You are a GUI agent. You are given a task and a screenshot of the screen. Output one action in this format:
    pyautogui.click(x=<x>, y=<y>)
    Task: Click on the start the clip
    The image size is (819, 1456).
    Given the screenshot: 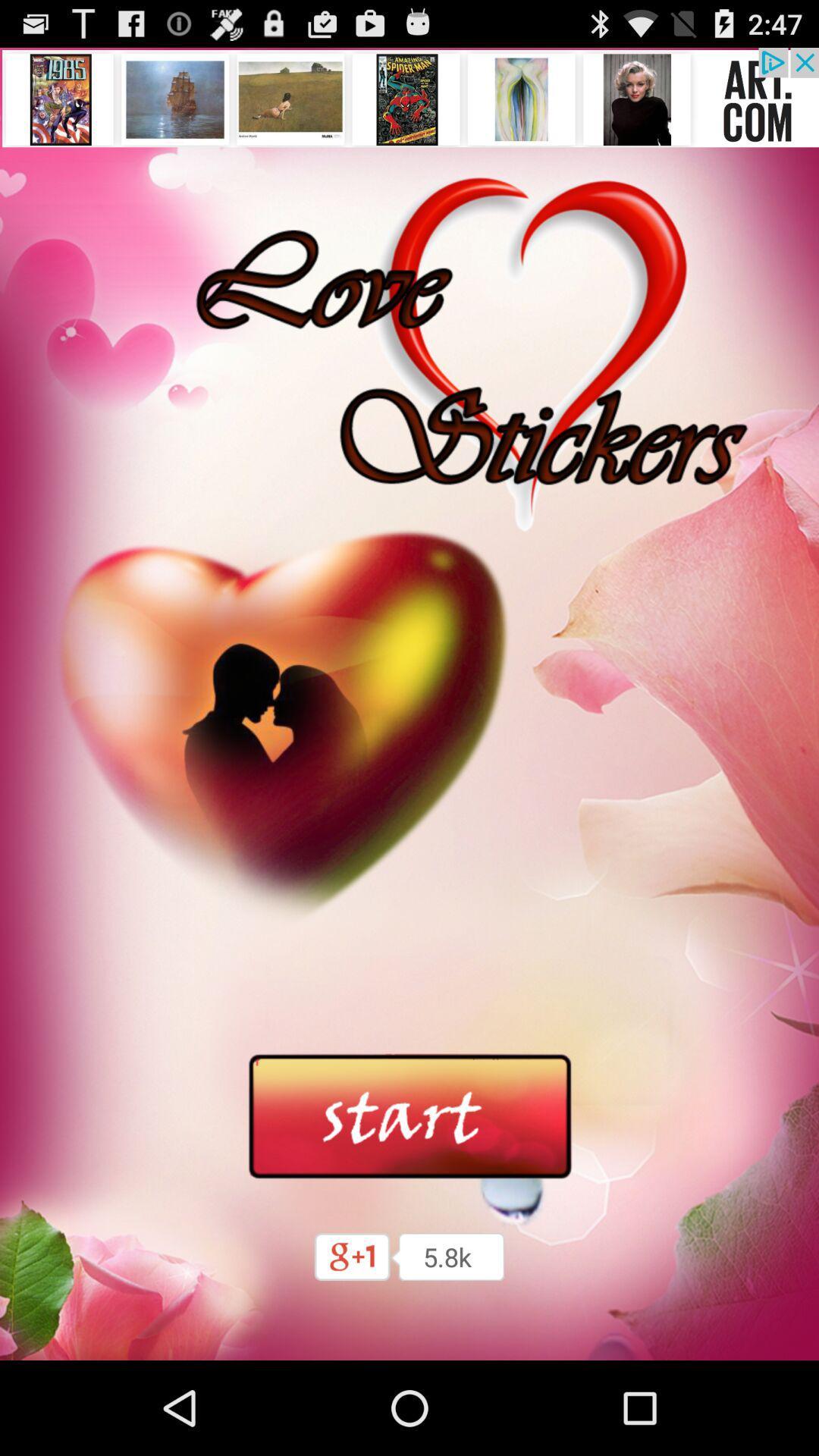 What is the action you would take?
    pyautogui.click(x=409, y=1117)
    